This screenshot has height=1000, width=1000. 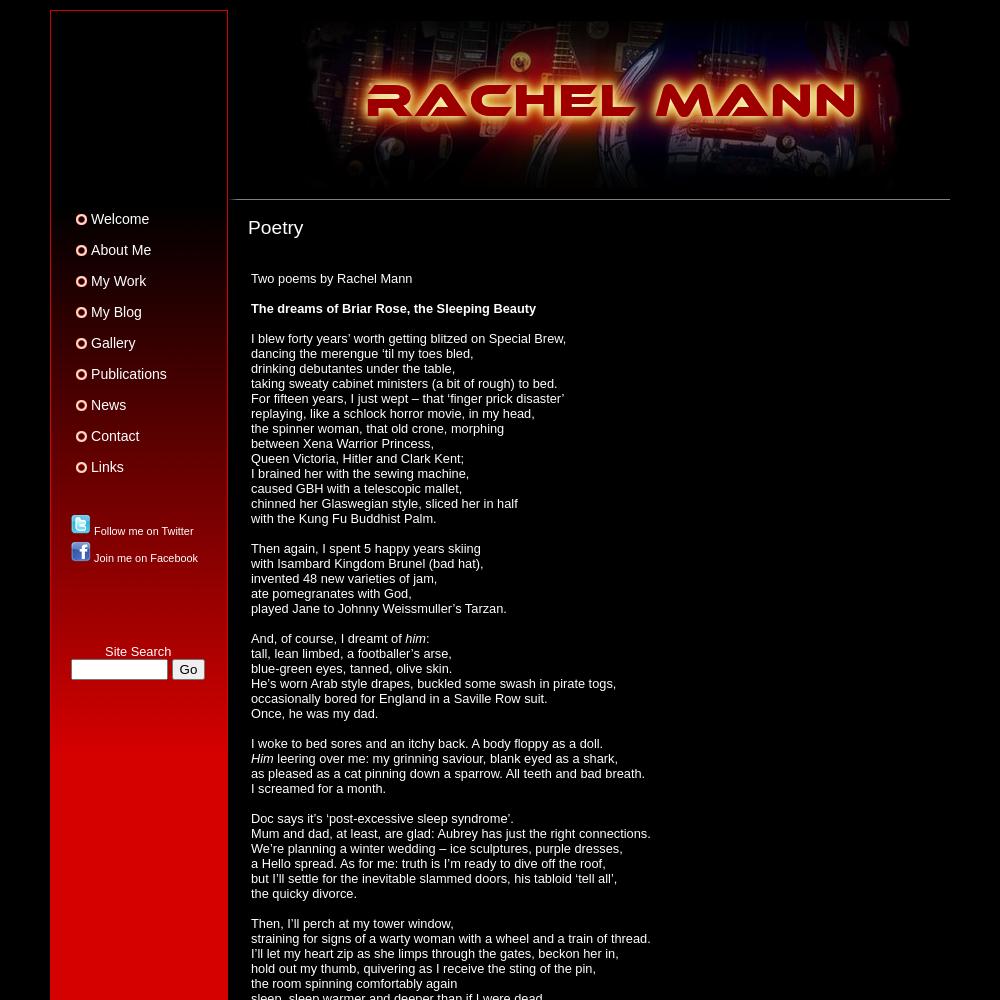 What do you see at coordinates (350, 652) in the screenshot?
I see `'tall, lean limbed, a footballer’s arse,'` at bounding box center [350, 652].